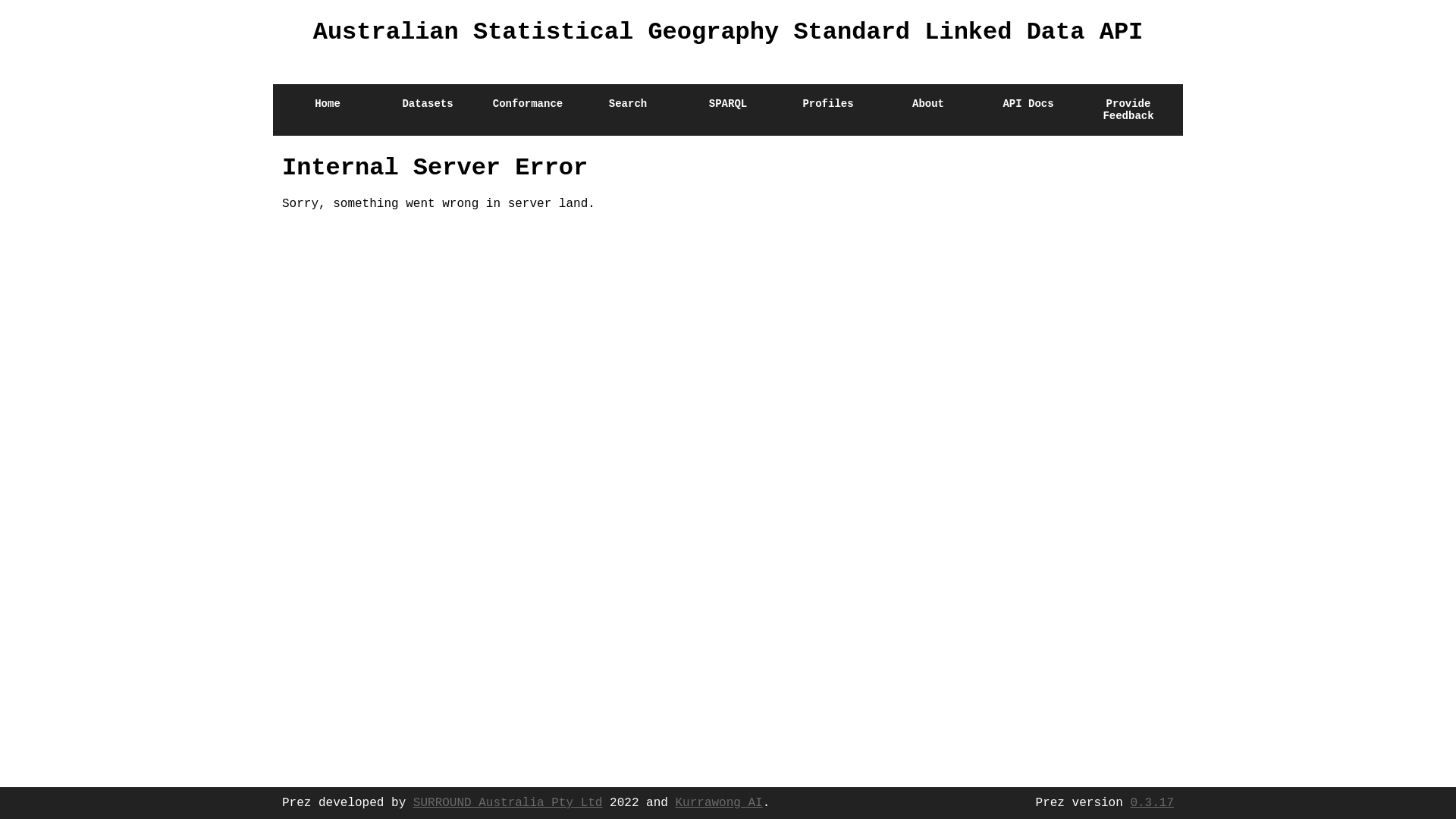 The height and width of the screenshot is (819, 1456). Describe the element at coordinates (783, 109) in the screenshot. I see `'Profiles'` at that location.